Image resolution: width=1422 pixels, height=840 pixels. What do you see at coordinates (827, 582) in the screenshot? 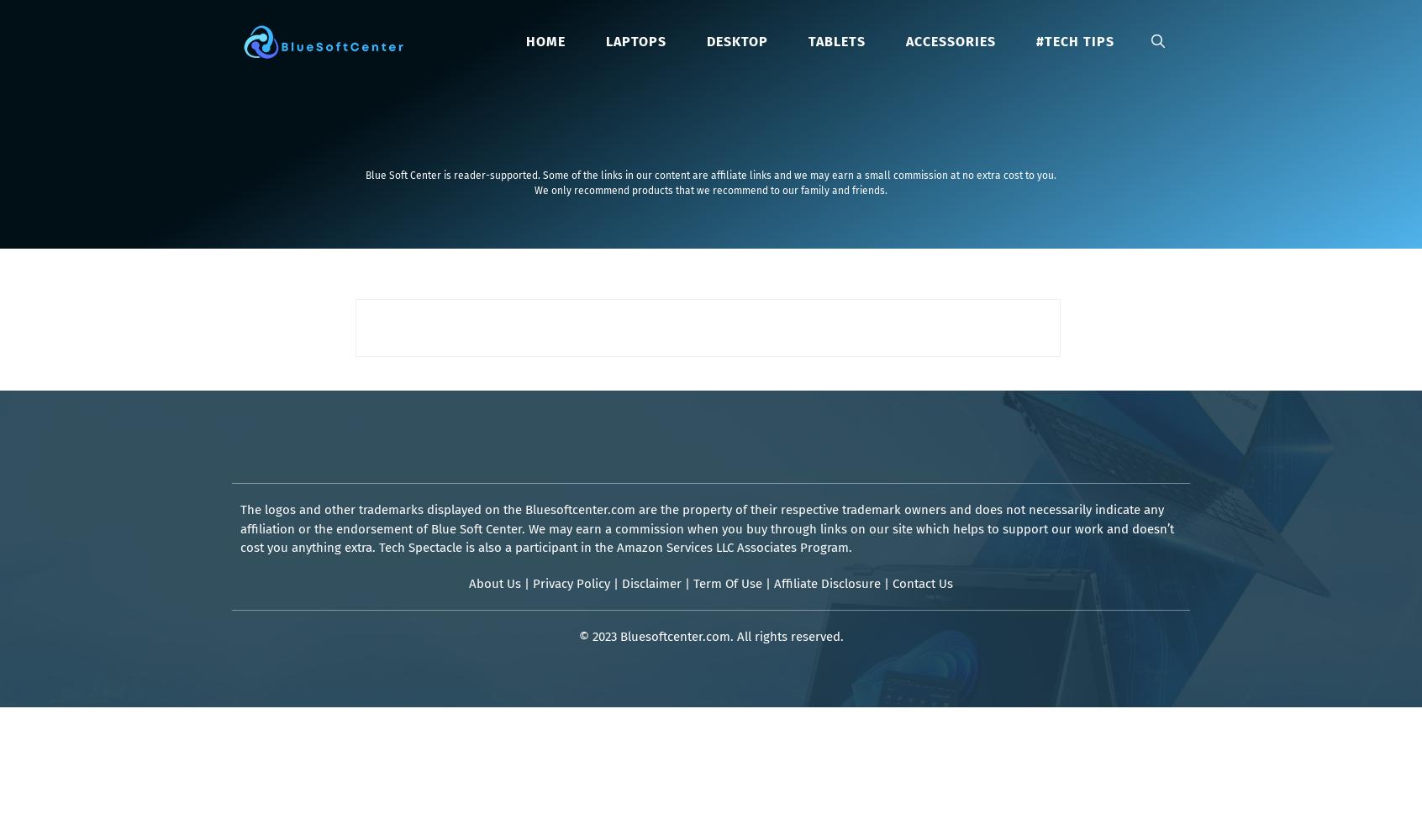
I see `'Affiliate Disclosure'` at bounding box center [827, 582].